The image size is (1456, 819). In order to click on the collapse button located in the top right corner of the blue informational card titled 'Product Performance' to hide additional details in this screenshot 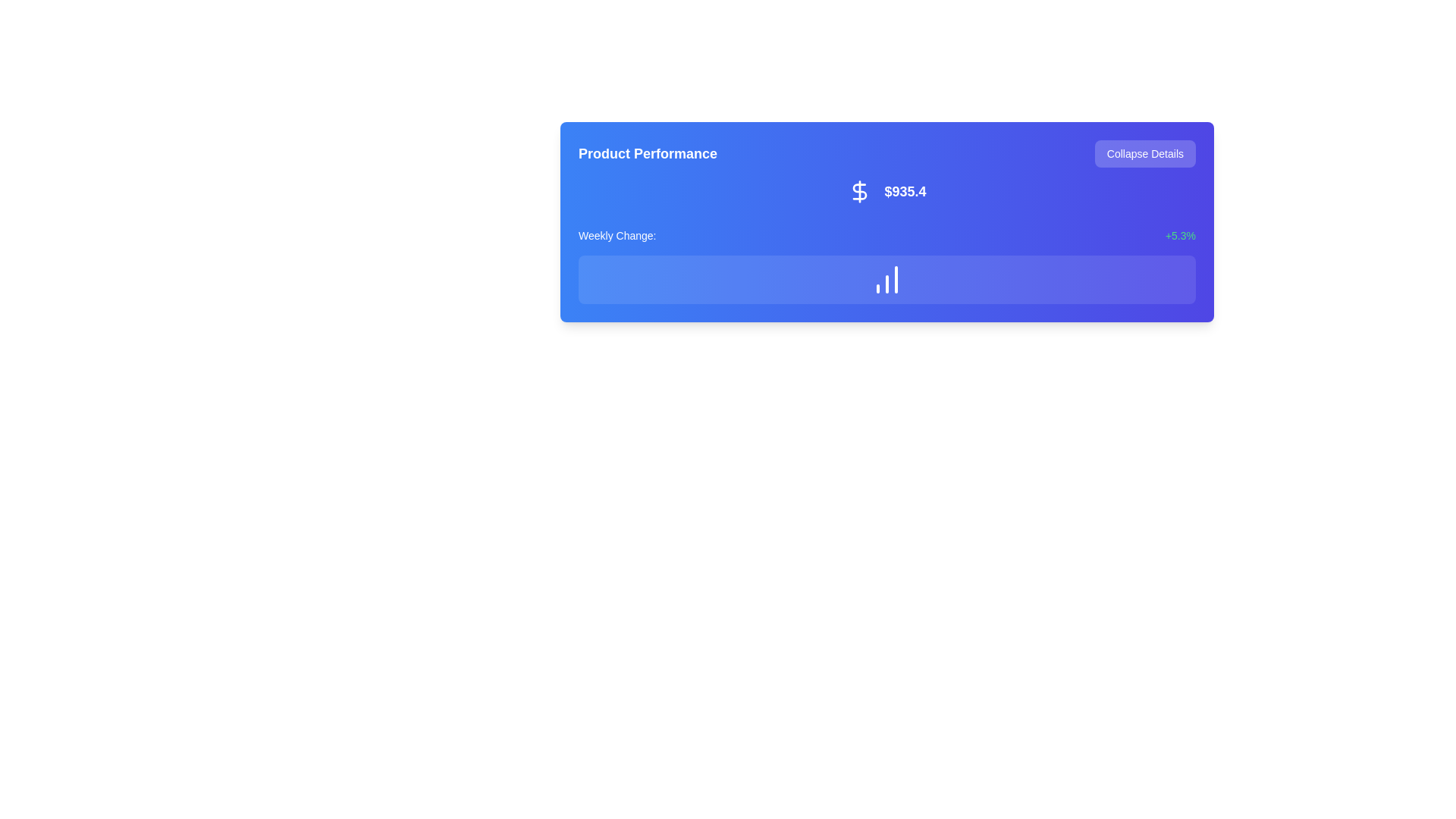, I will do `click(1145, 154)`.